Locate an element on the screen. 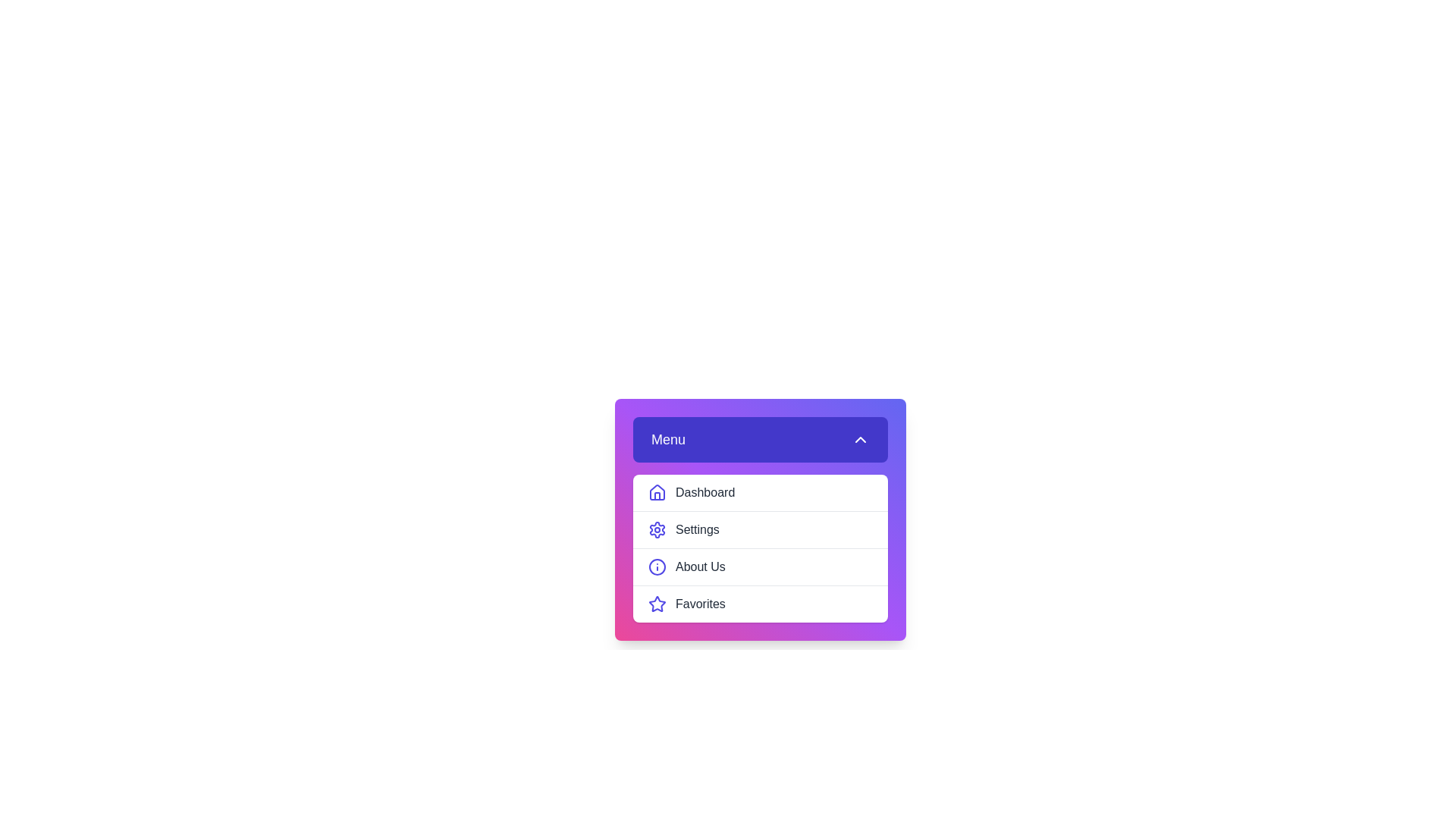 The height and width of the screenshot is (819, 1456). the menu item Settings from the menu is located at coordinates (761, 529).